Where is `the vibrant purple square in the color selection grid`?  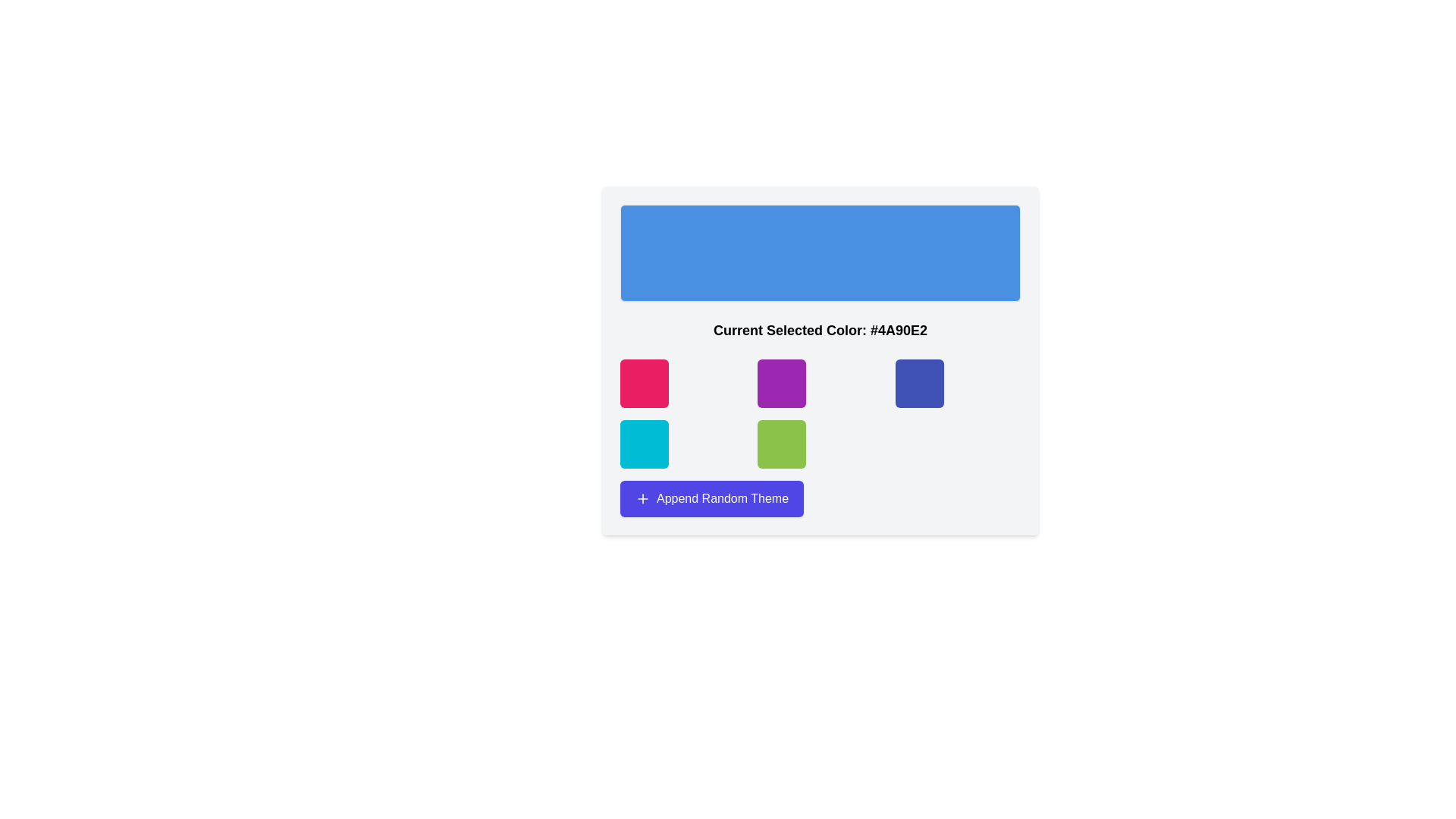 the vibrant purple square in the color selection grid is located at coordinates (782, 382).